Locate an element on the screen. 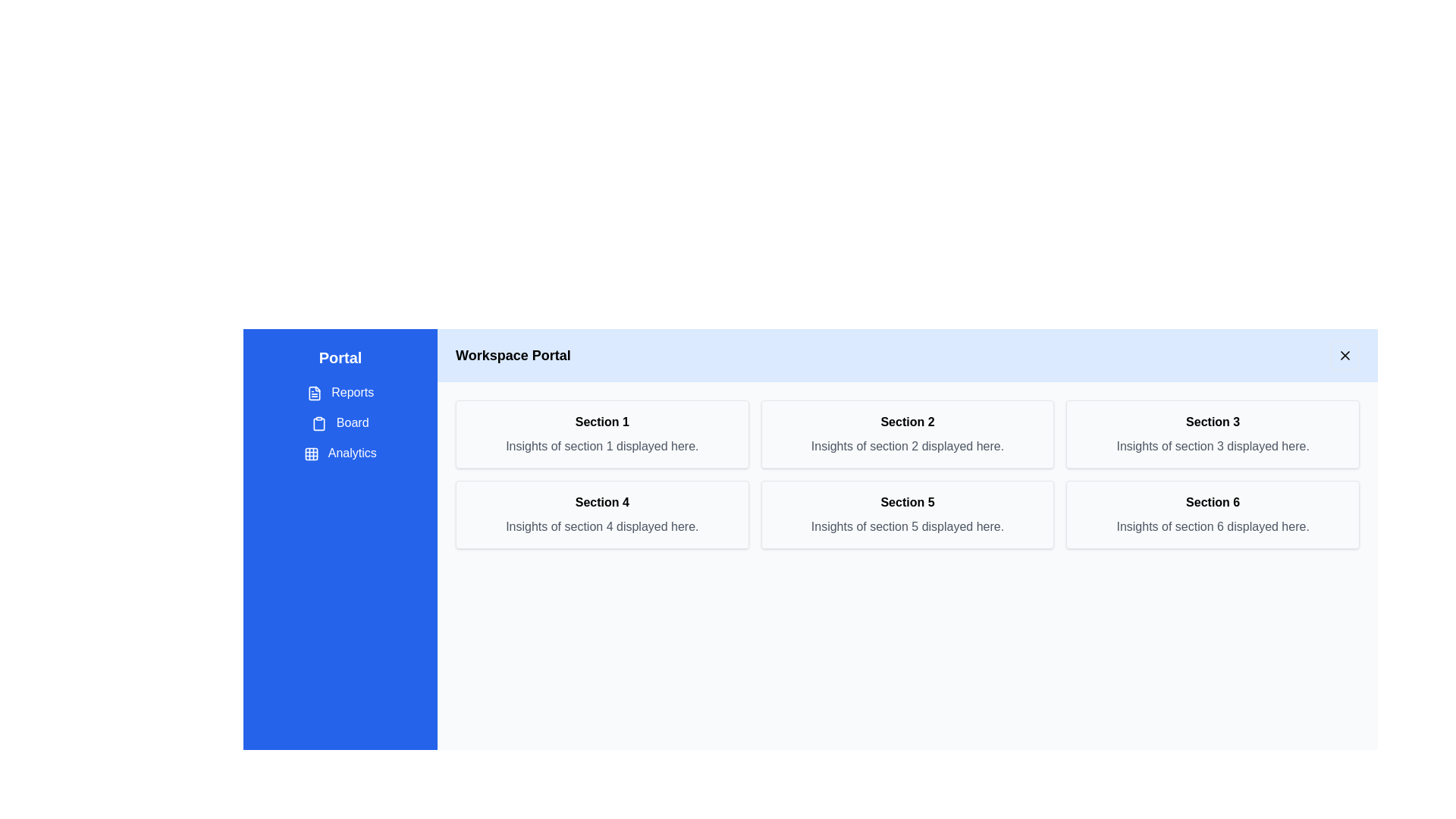 The width and height of the screenshot is (1456, 819). the clipboard icon in the left navigation bar is located at coordinates (318, 424).